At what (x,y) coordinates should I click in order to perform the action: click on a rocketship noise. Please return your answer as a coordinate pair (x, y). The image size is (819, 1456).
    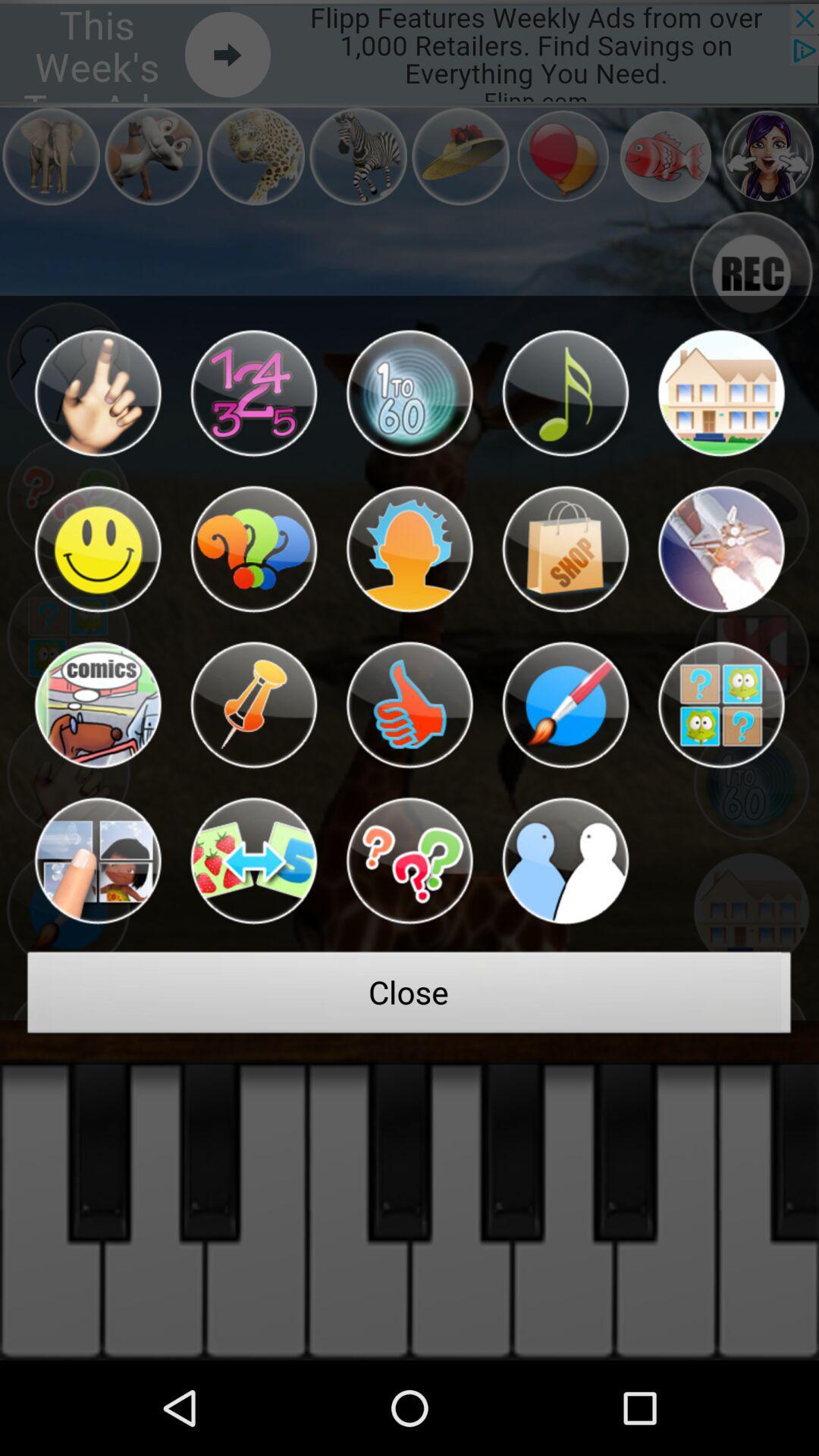
    Looking at the image, I should click on (720, 548).